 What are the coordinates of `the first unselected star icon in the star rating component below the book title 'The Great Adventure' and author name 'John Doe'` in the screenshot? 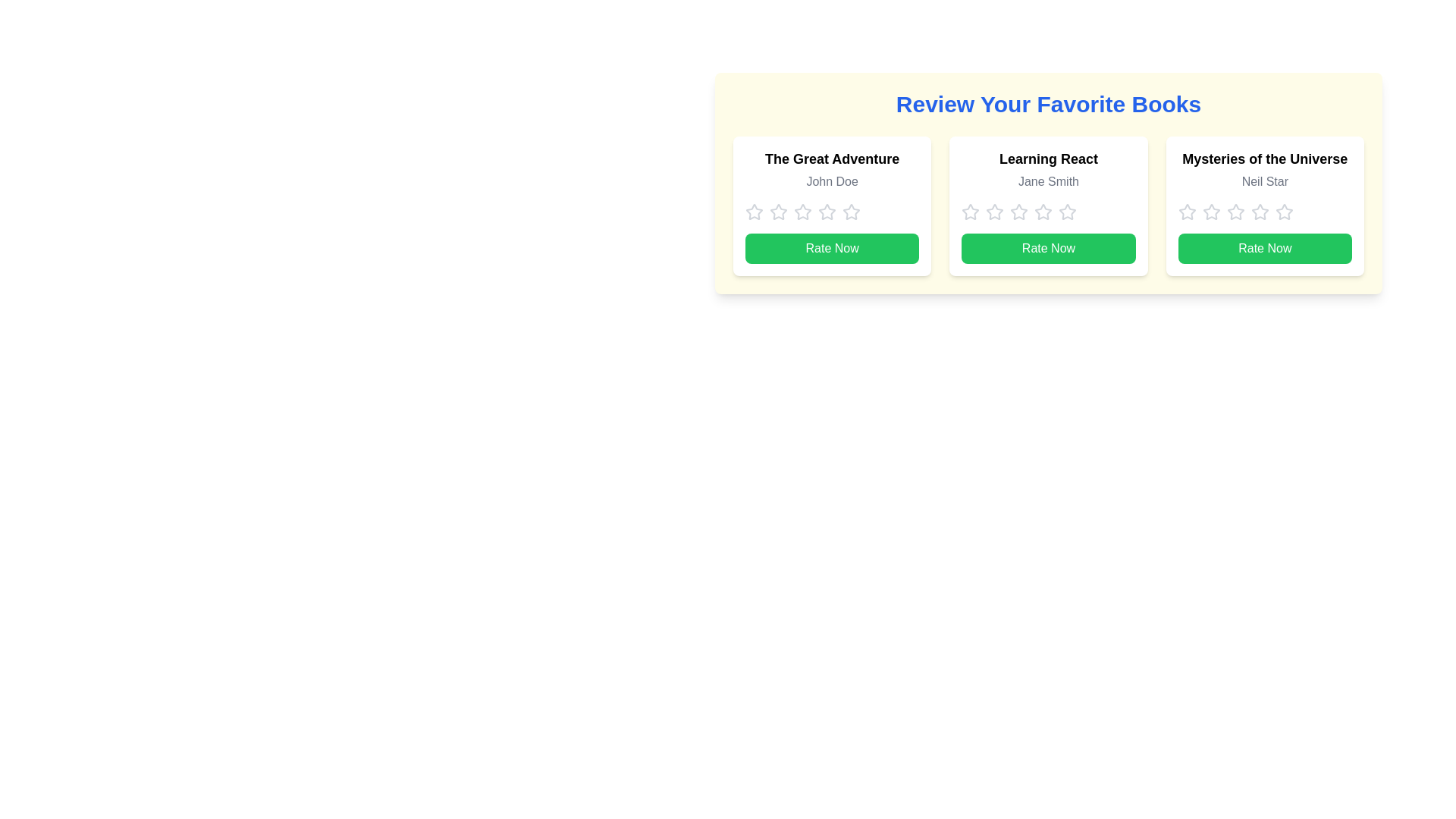 It's located at (754, 212).